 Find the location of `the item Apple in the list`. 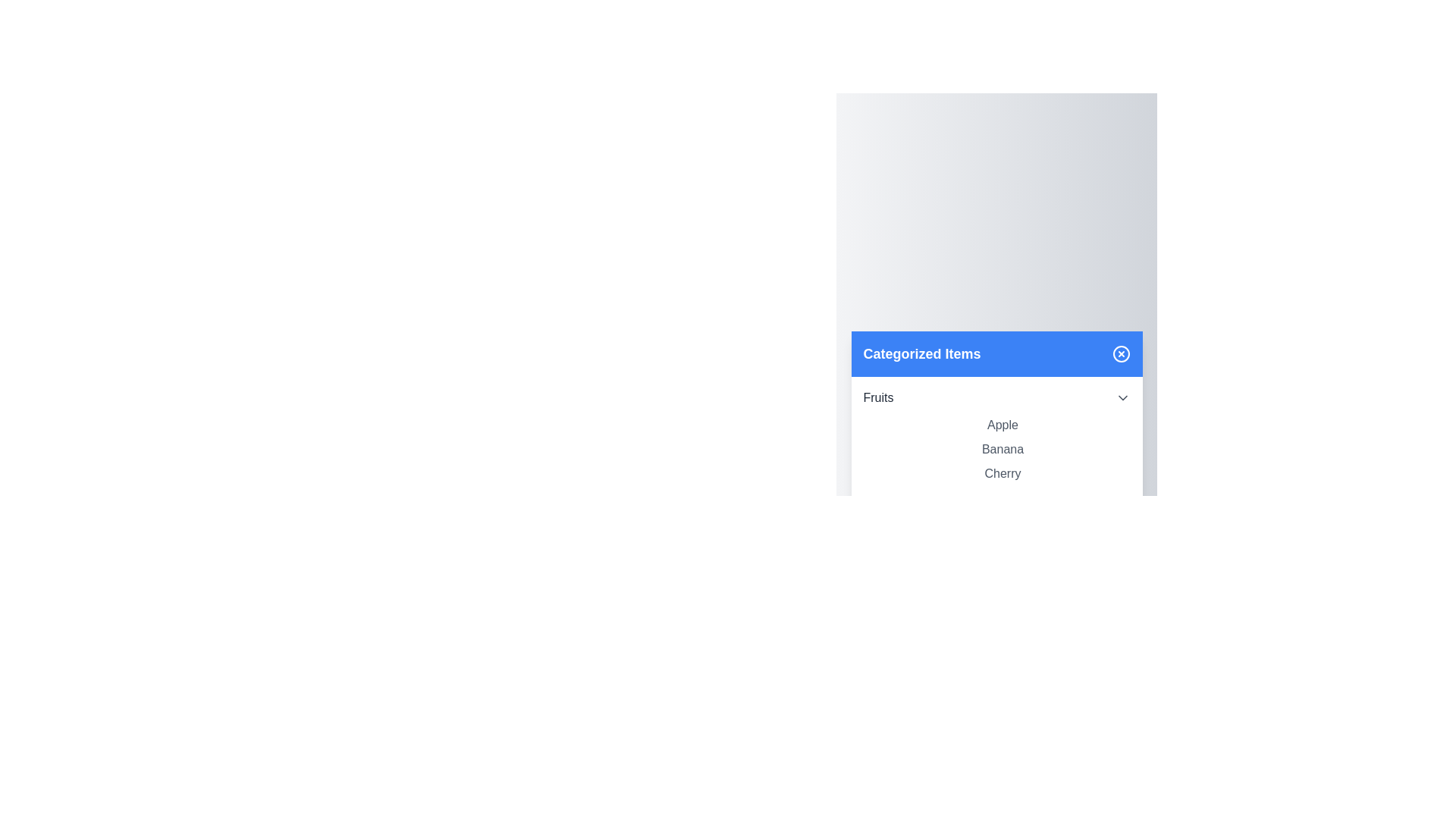

the item Apple in the list is located at coordinates (1003, 425).